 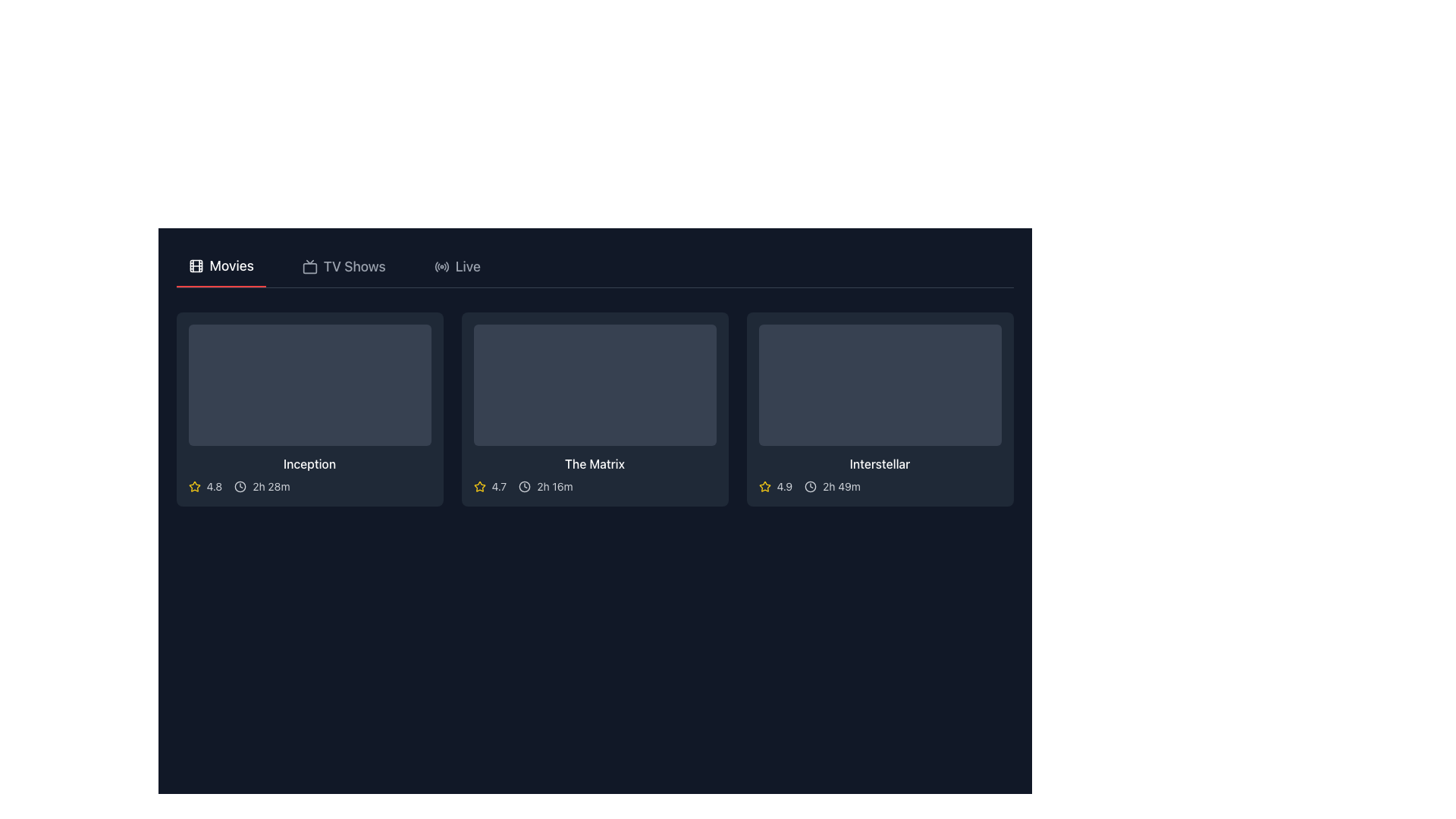 I want to click on the text label displaying the title 'Inception', which is styled in white font and positioned below the movie cover and above the movie's rating and duration, so click(x=309, y=463).